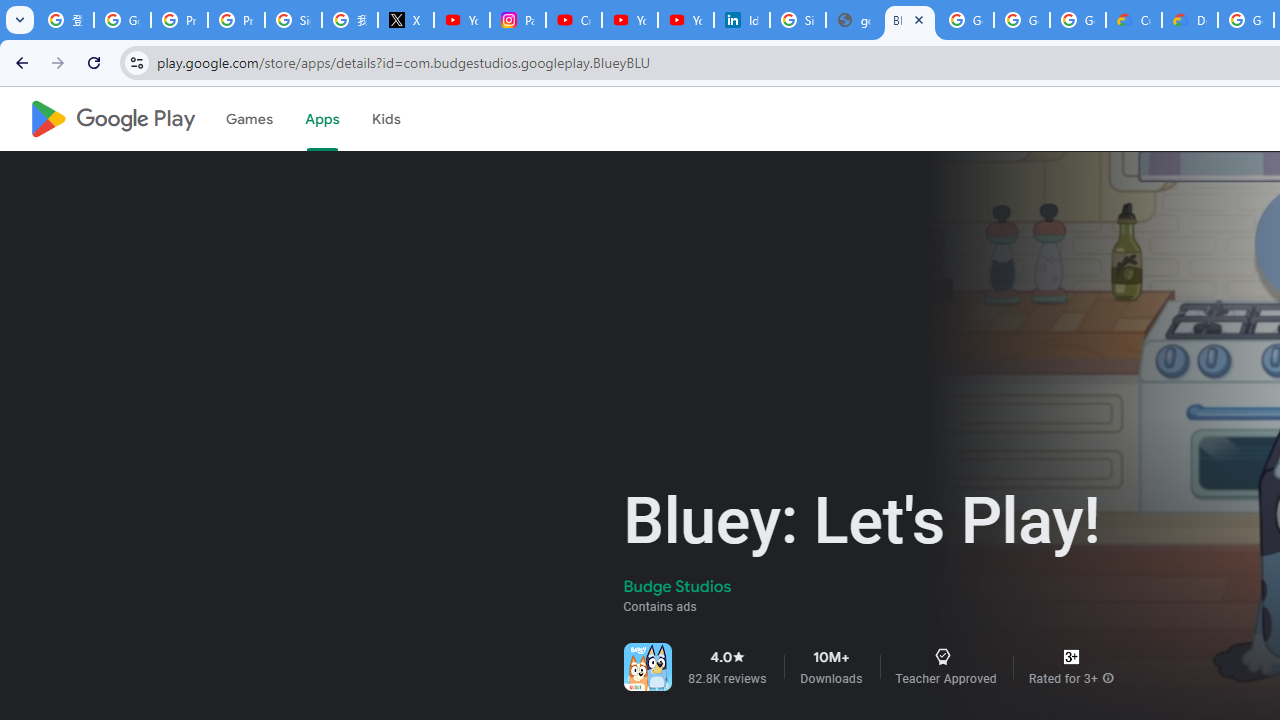 Image resolution: width=1280 pixels, height=720 pixels. I want to click on 'Google Workspace - Specific Terms', so click(1022, 20).